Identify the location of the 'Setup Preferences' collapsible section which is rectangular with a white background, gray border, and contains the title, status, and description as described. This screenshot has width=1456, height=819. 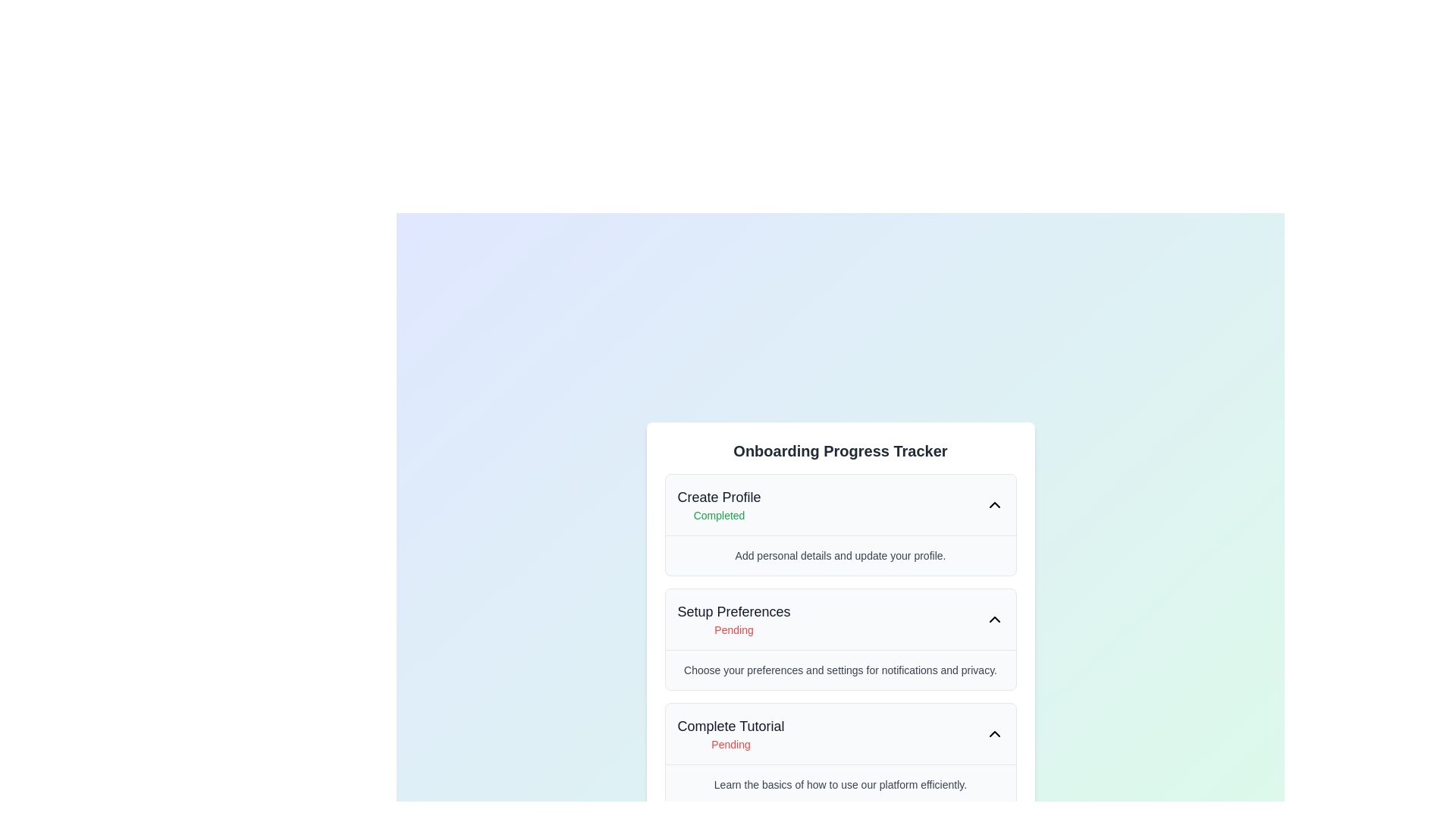
(839, 639).